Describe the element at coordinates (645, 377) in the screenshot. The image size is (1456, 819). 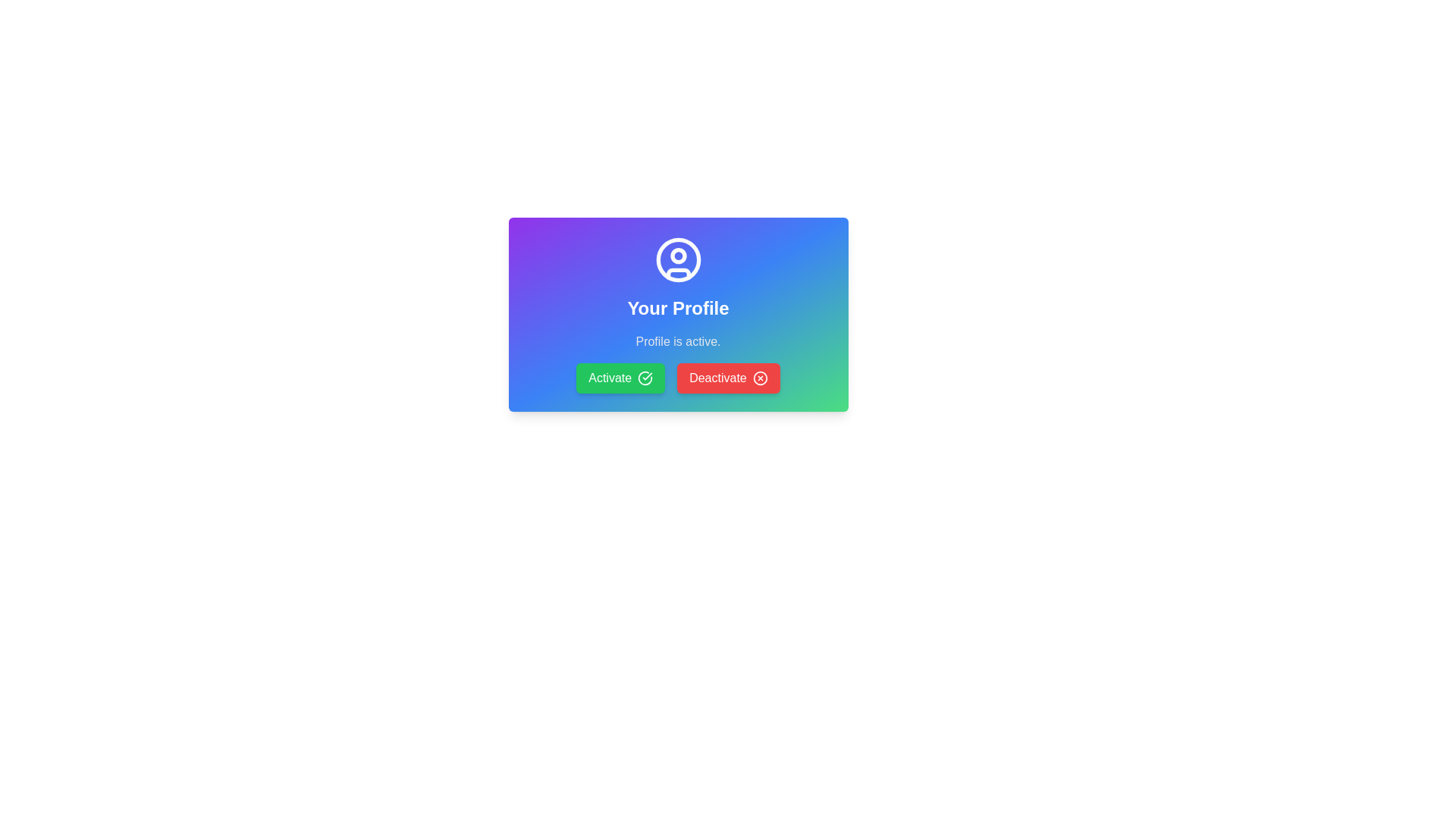
I see `the green 'Activate' button which contains the SVG icon positioned to the left of the 'Deactivate' button` at that location.